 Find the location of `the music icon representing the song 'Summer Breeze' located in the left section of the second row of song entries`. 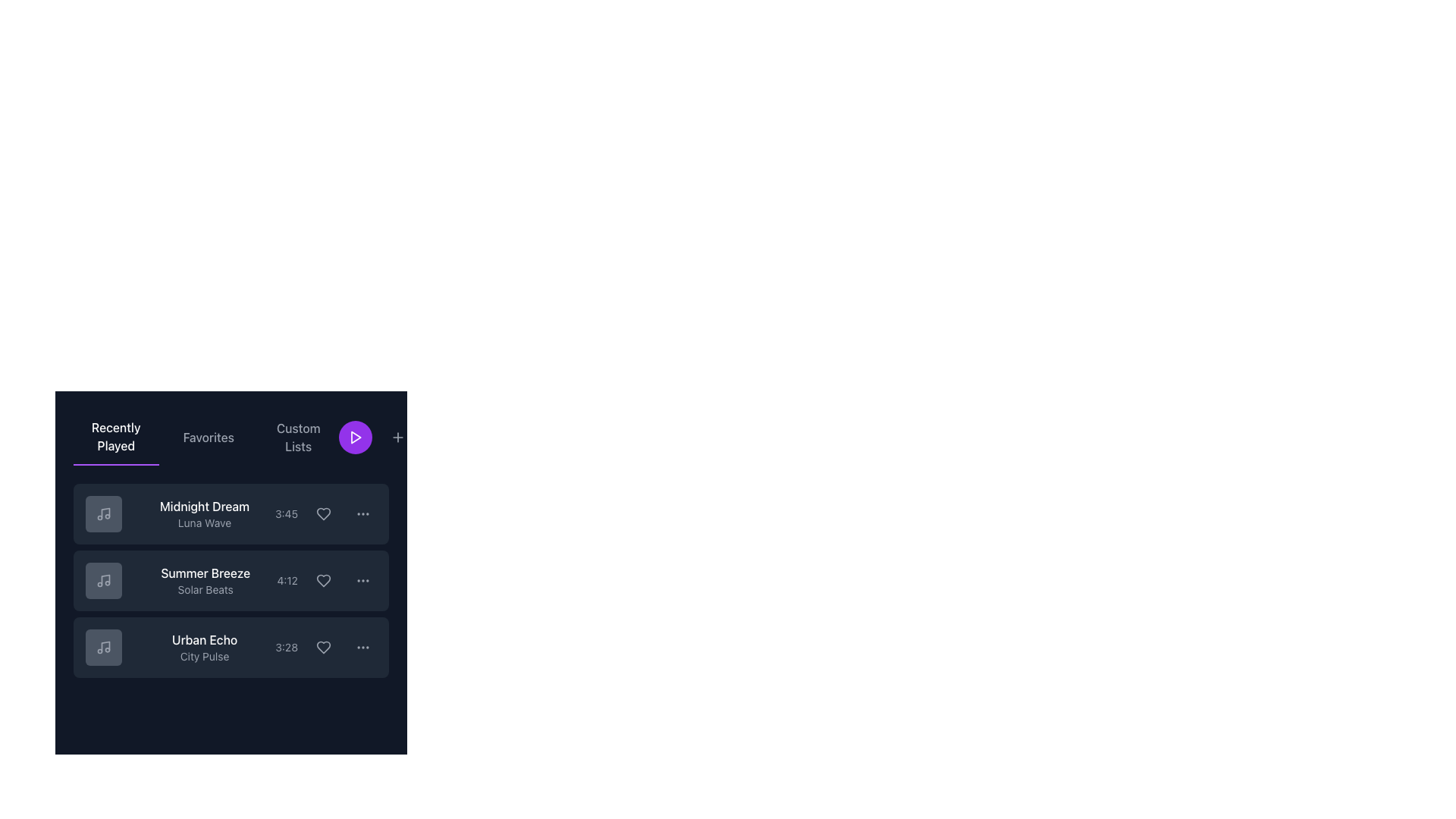

the music icon representing the song 'Summer Breeze' located in the left section of the second row of song entries is located at coordinates (103, 580).